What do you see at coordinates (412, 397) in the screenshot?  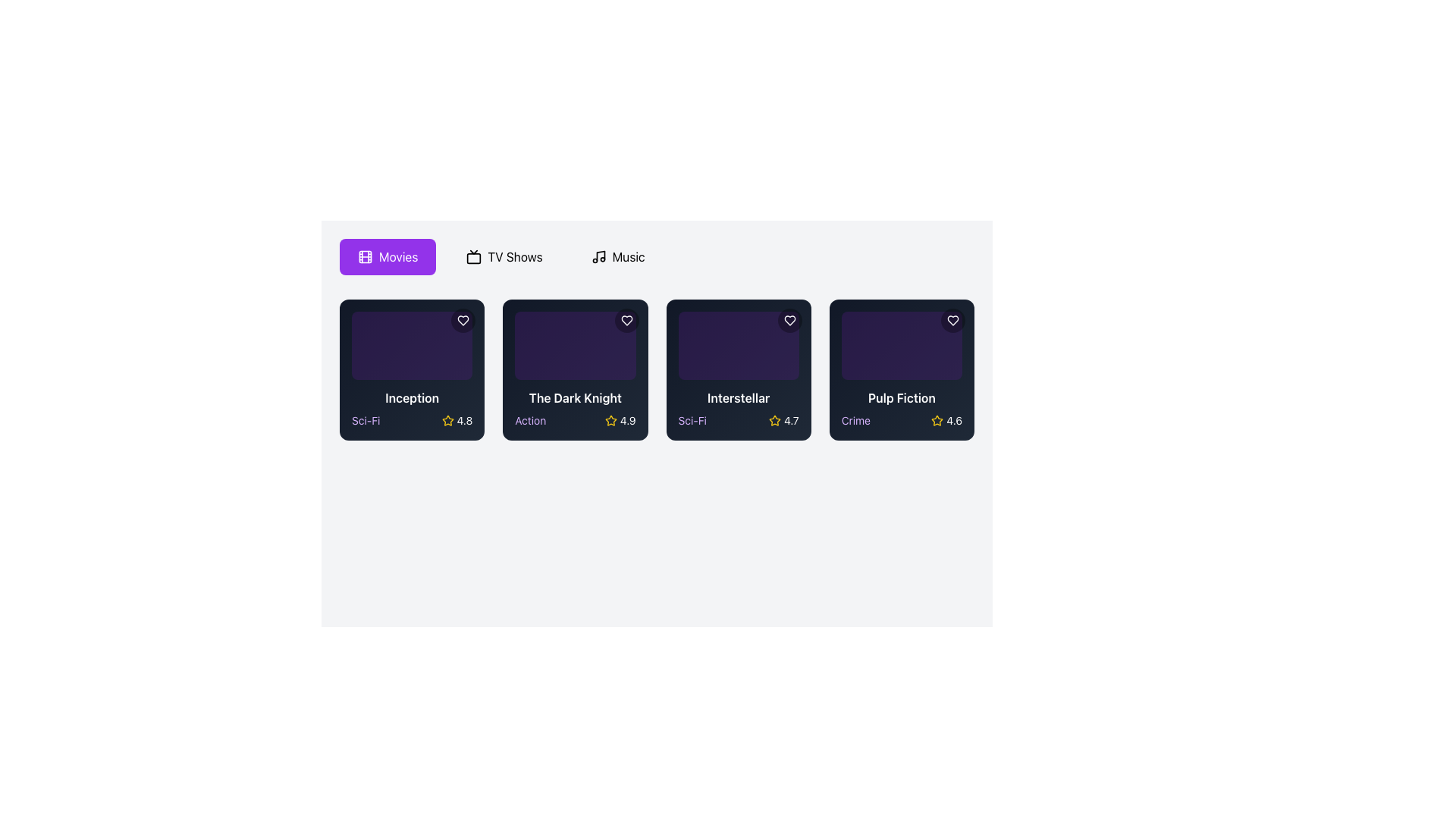 I see `text 'Inception' from the movie title label located in the bottom middle section of the first movie card, positioned above the 'Sci-Fi' label and rating stars` at bounding box center [412, 397].